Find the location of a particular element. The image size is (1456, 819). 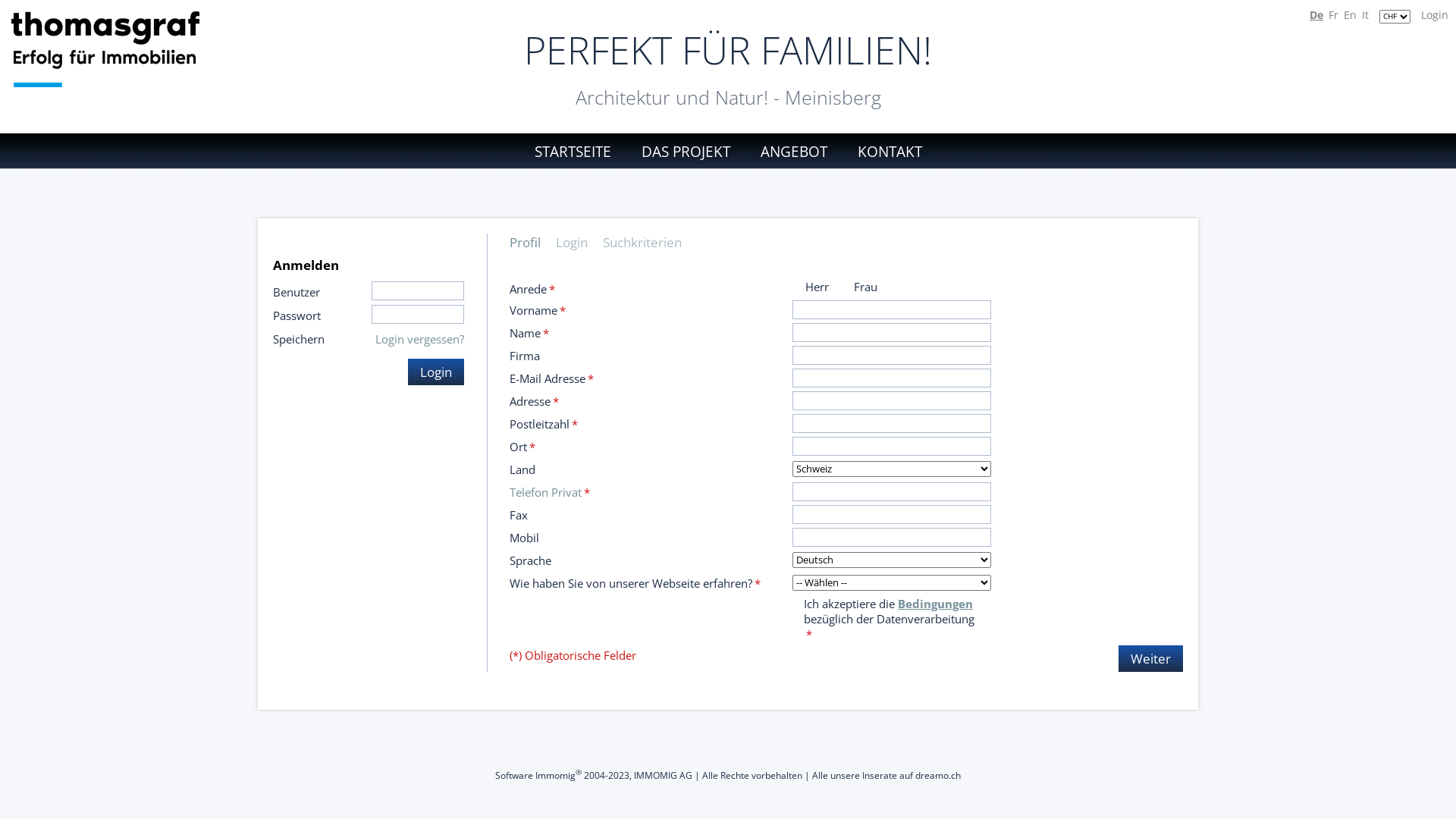

'Login vergessen?' is located at coordinates (419, 338).